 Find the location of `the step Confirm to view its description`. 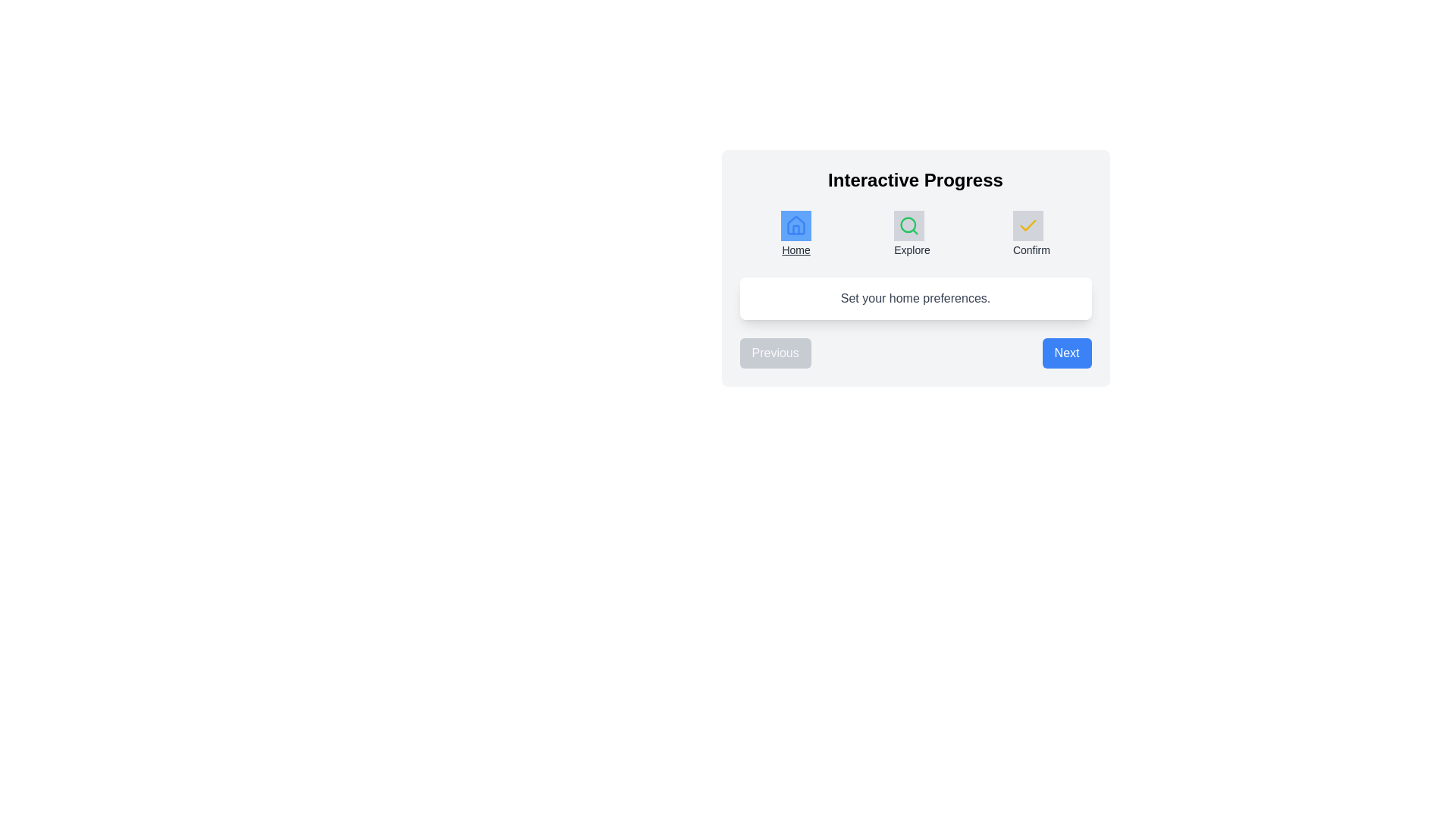

the step Confirm to view its description is located at coordinates (1031, 234).